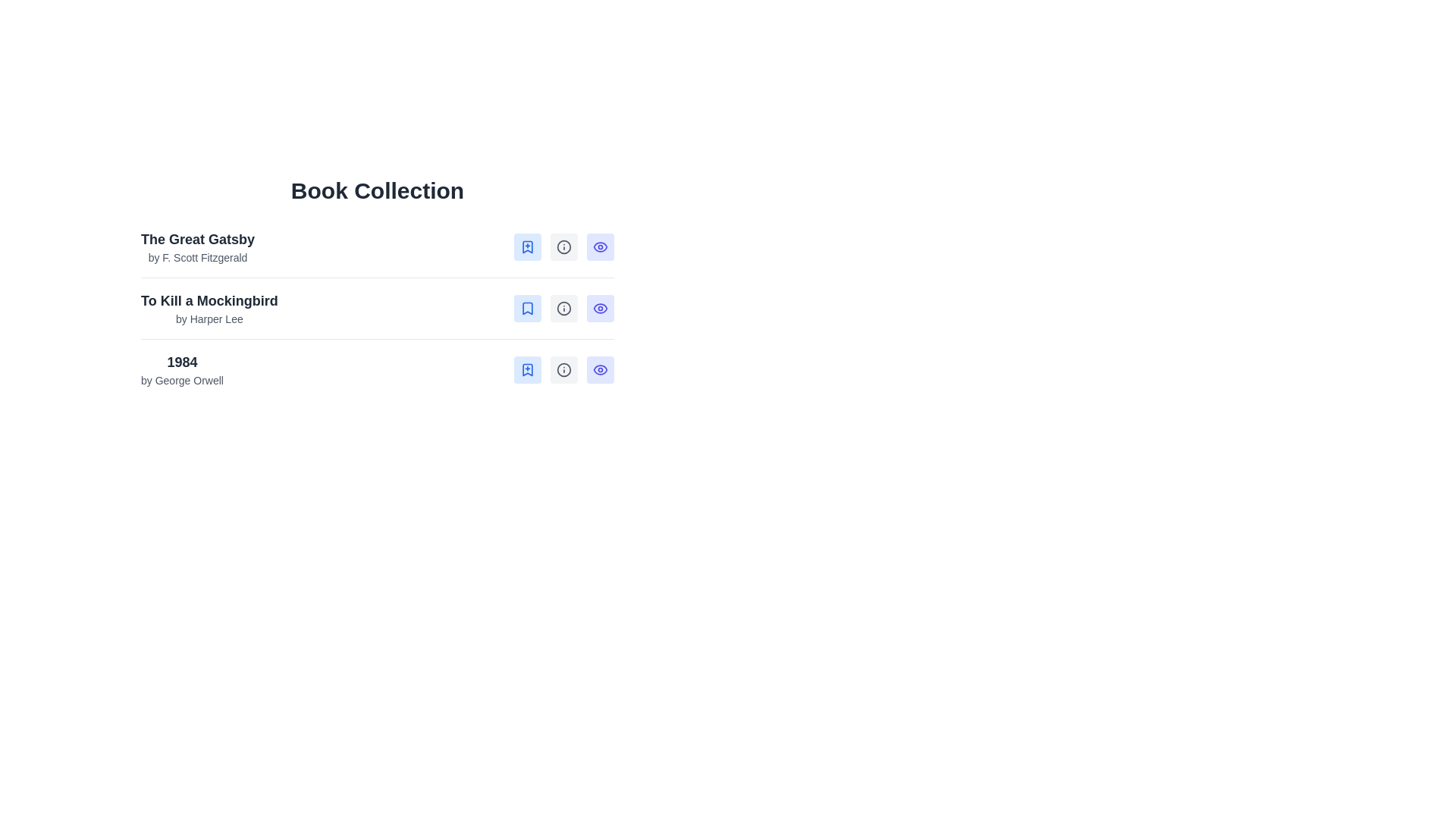 This screenshot has height=819, width=1456. Describe the element at coordinates (600, 308) in the screenshot. I see `the small circular button with an eye icon inside, styled in purple, located in the action row of the third book entry ('1984 by George Orwell')` at that location.